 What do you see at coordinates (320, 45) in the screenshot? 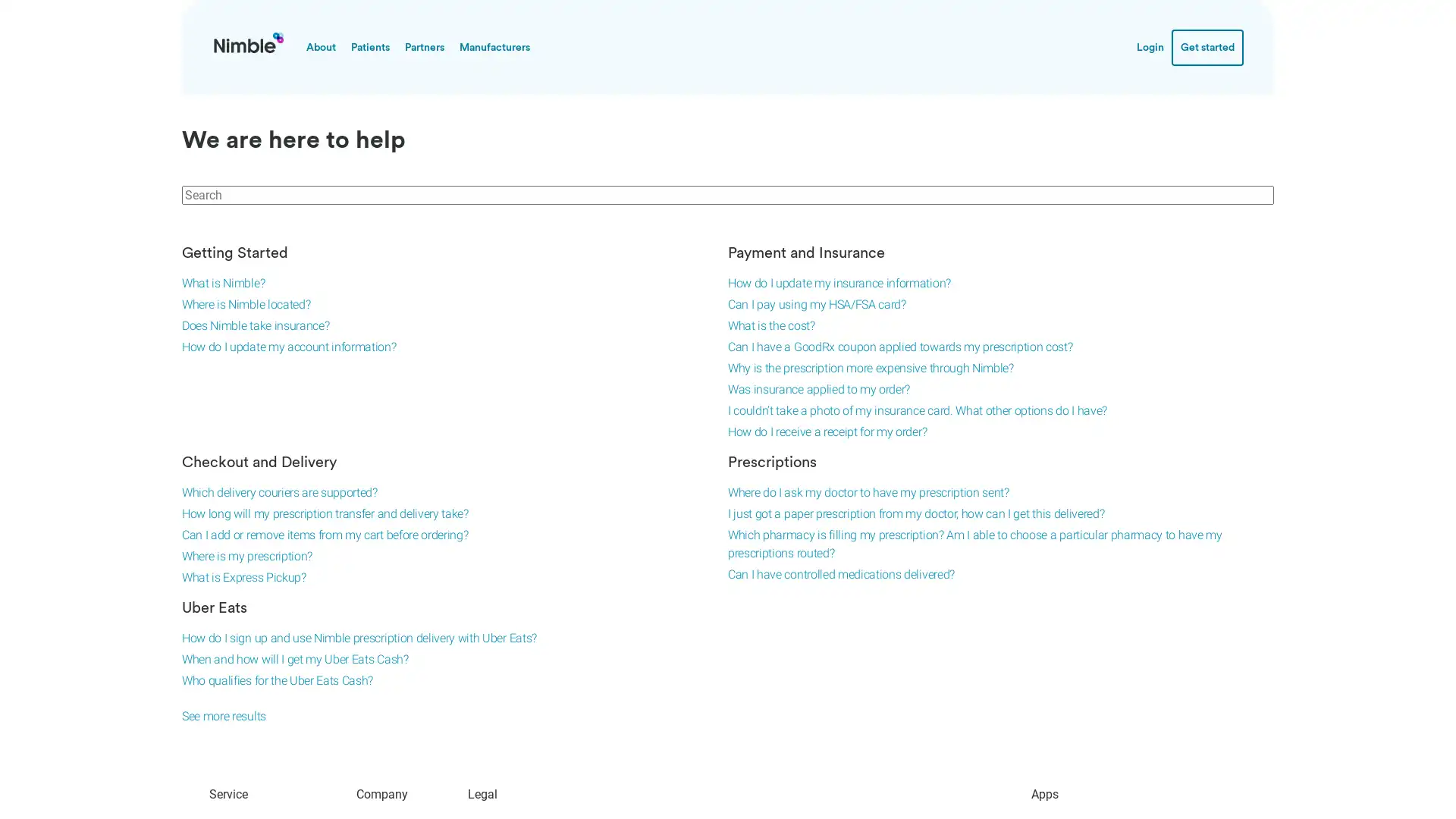
I see `About` at bounding box center [320, 45].